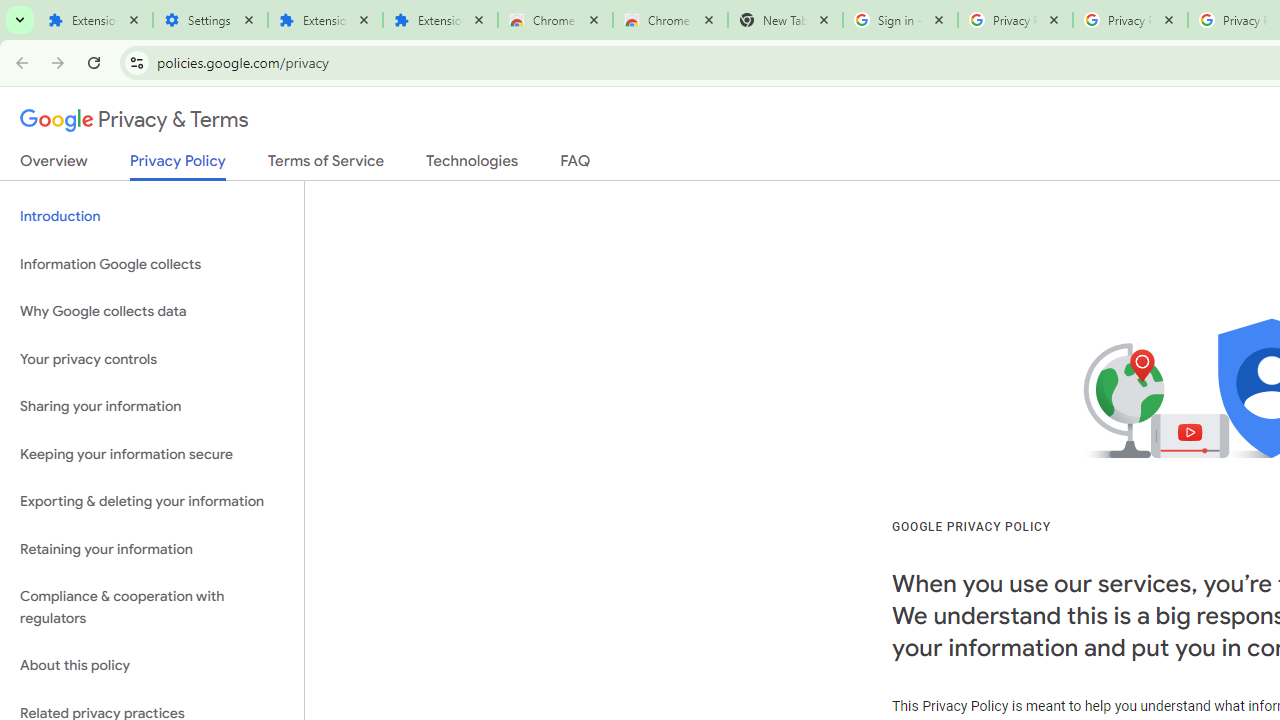 This screenshot has width=1280, height=720. I want to click on 'New Tab', so click(784, 20).